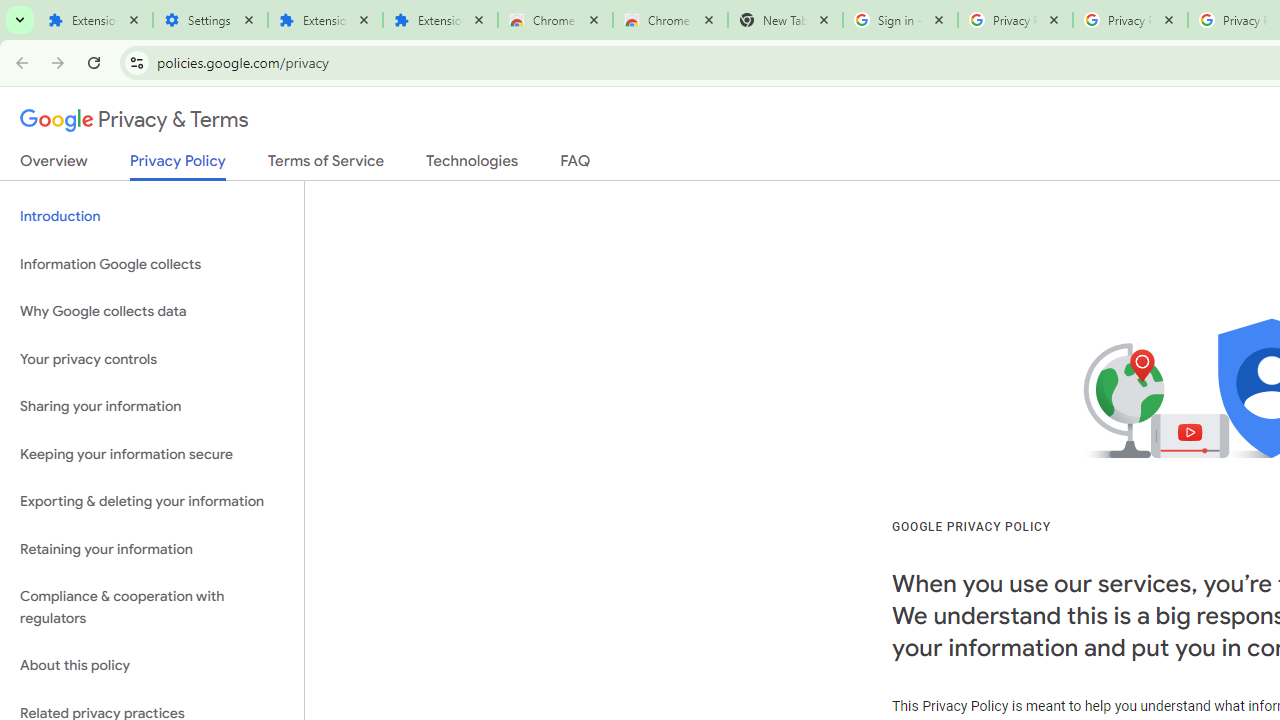 This screenshot has width=1280, height=720. I want to click on 'New Tab', so click(784, 20).